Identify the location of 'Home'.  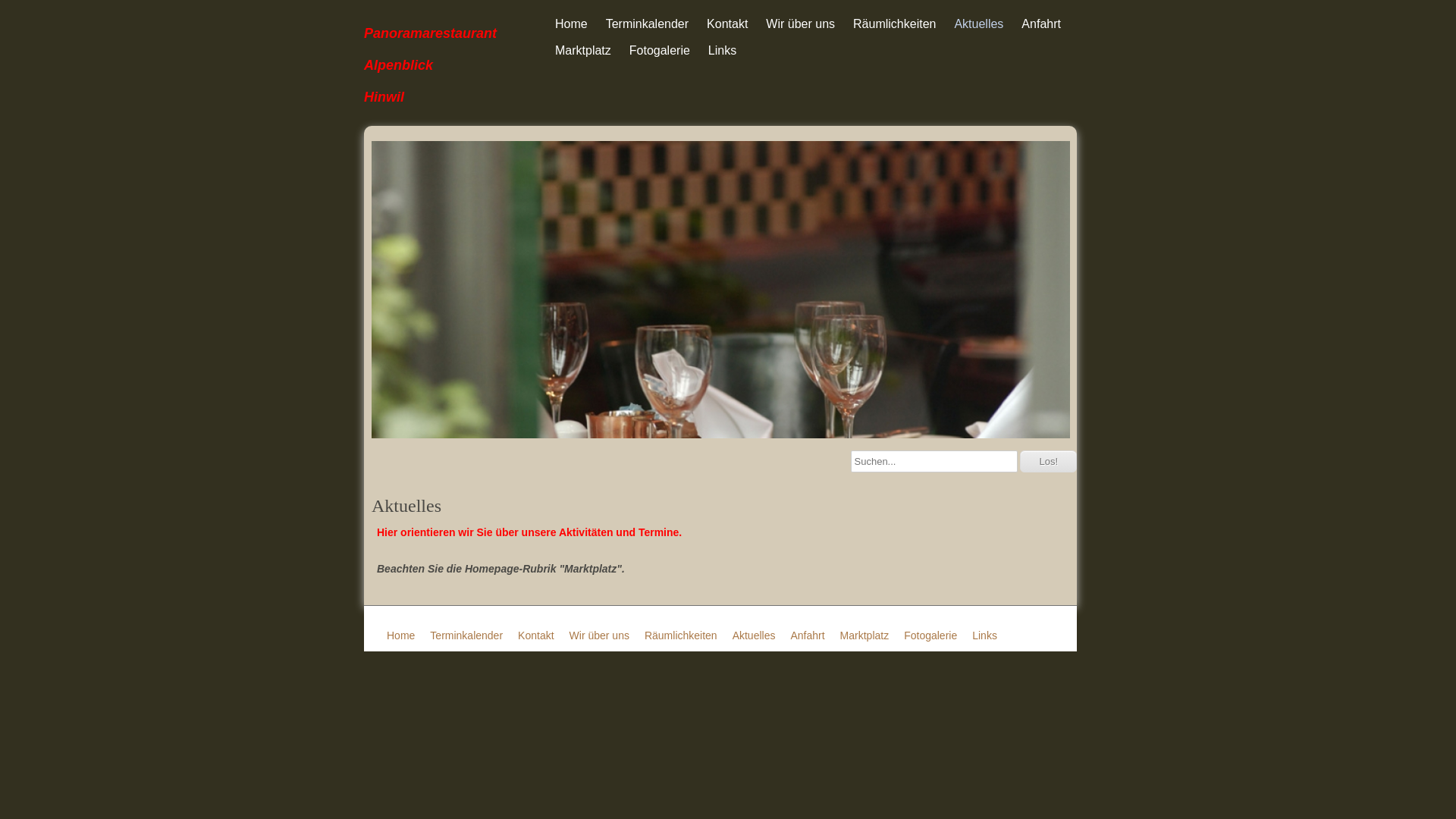
(386, 635).